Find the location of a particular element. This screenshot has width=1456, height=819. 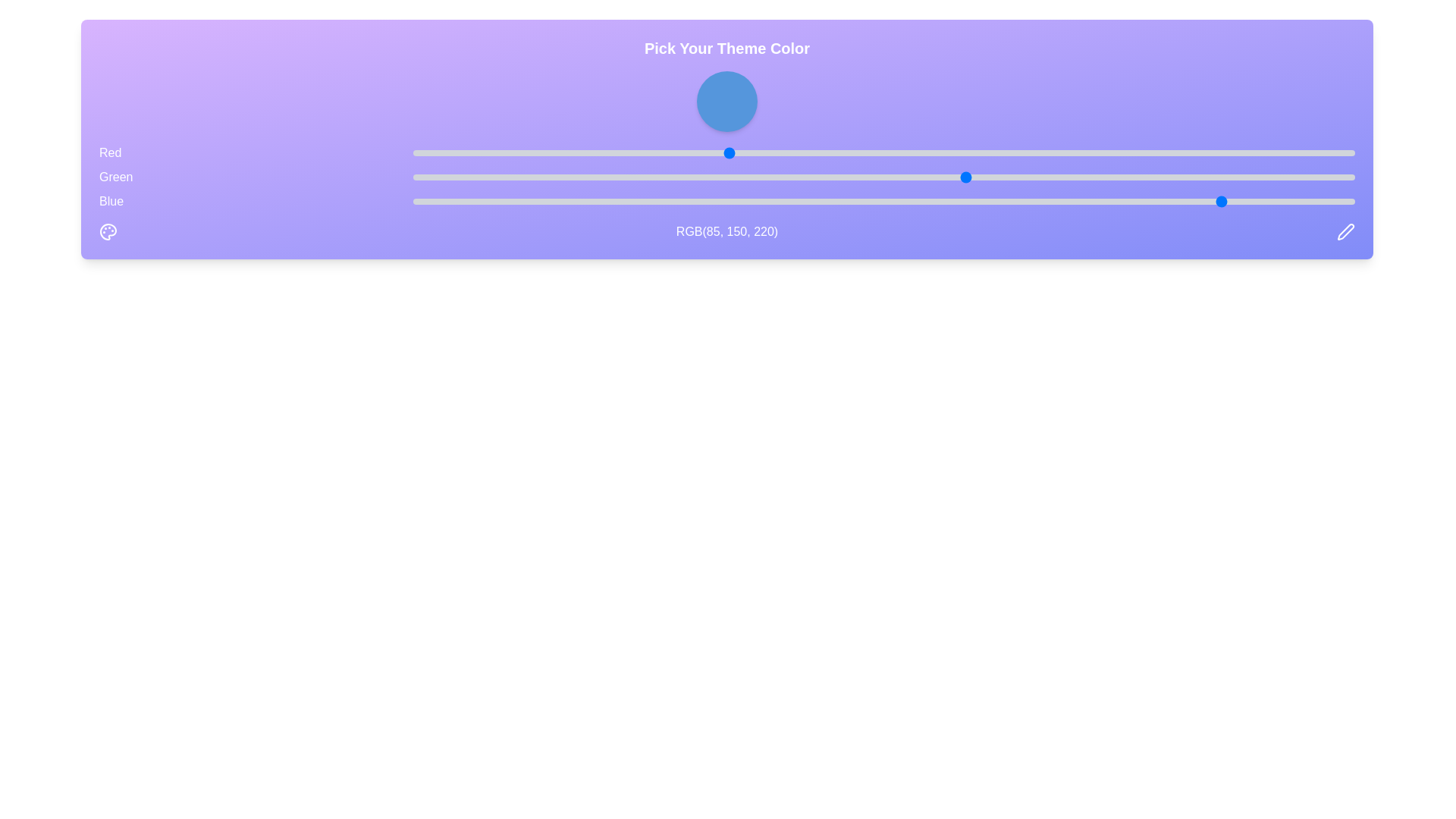

the Blue value is located at coordinates (1129, 201).